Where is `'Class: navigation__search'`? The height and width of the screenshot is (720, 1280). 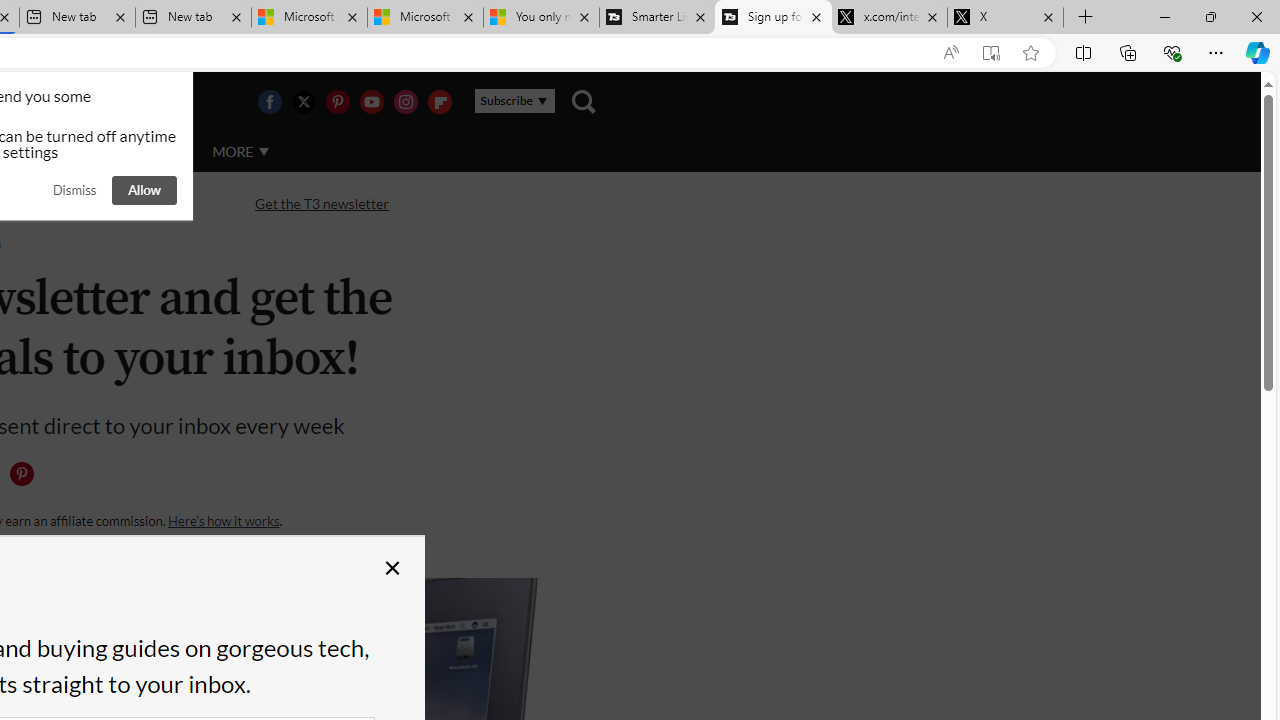
'Class: navigation__search' is located at coordinates (582, 101).